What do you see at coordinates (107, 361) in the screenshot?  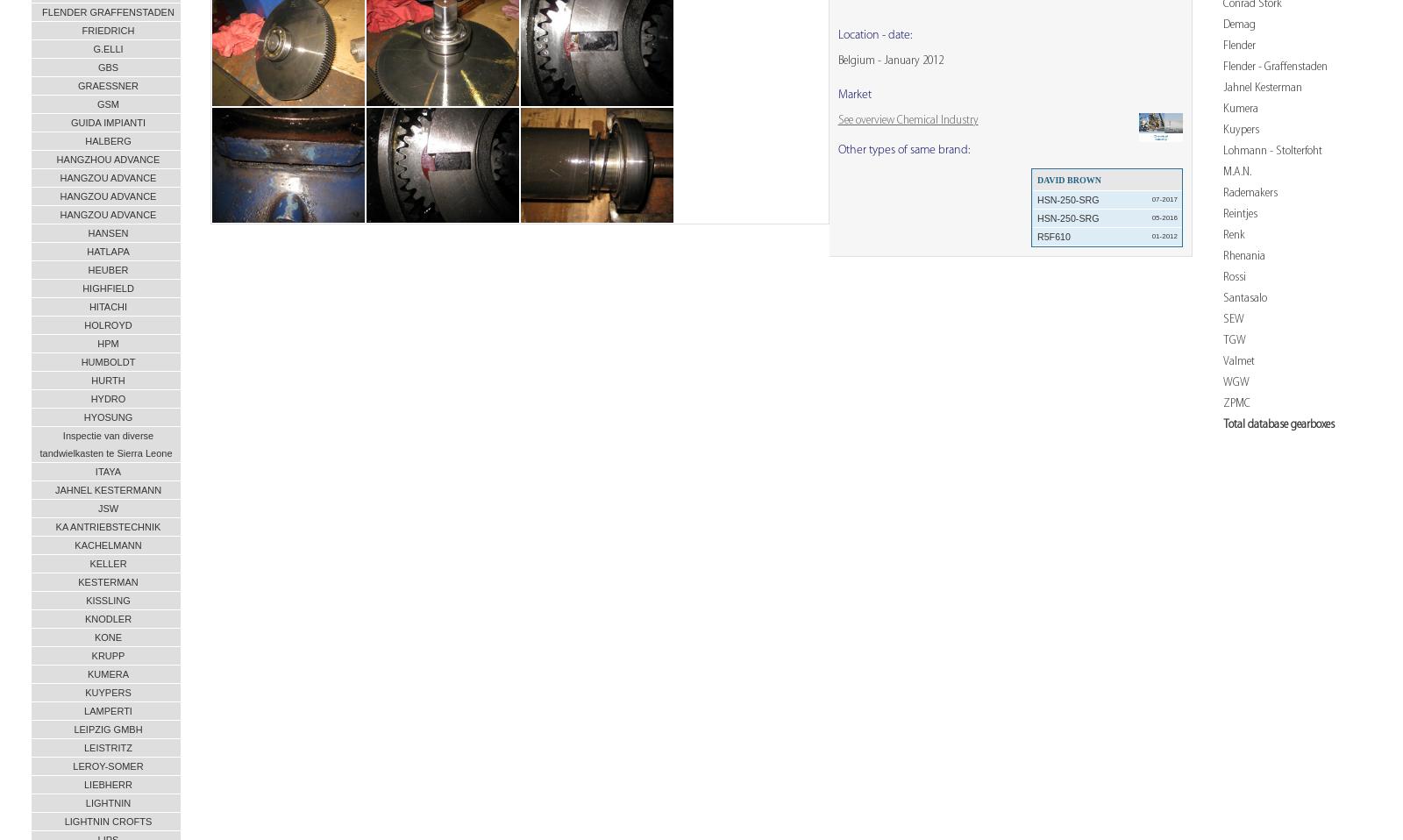 I see `'HUMBOLDT'` at bounding box center [107, 361].